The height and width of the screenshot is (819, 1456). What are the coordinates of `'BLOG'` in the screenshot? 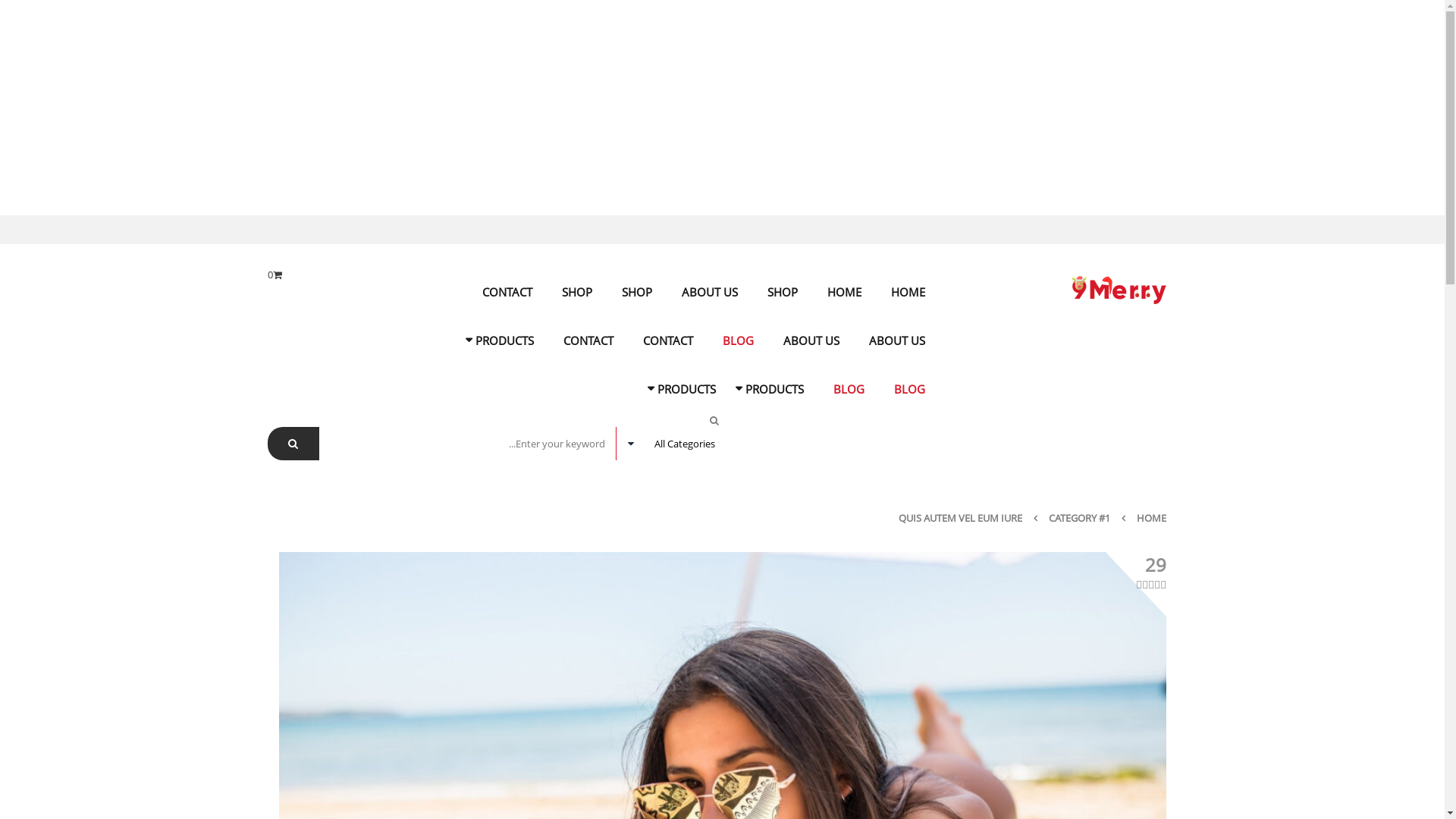 It's located at (737, 339).